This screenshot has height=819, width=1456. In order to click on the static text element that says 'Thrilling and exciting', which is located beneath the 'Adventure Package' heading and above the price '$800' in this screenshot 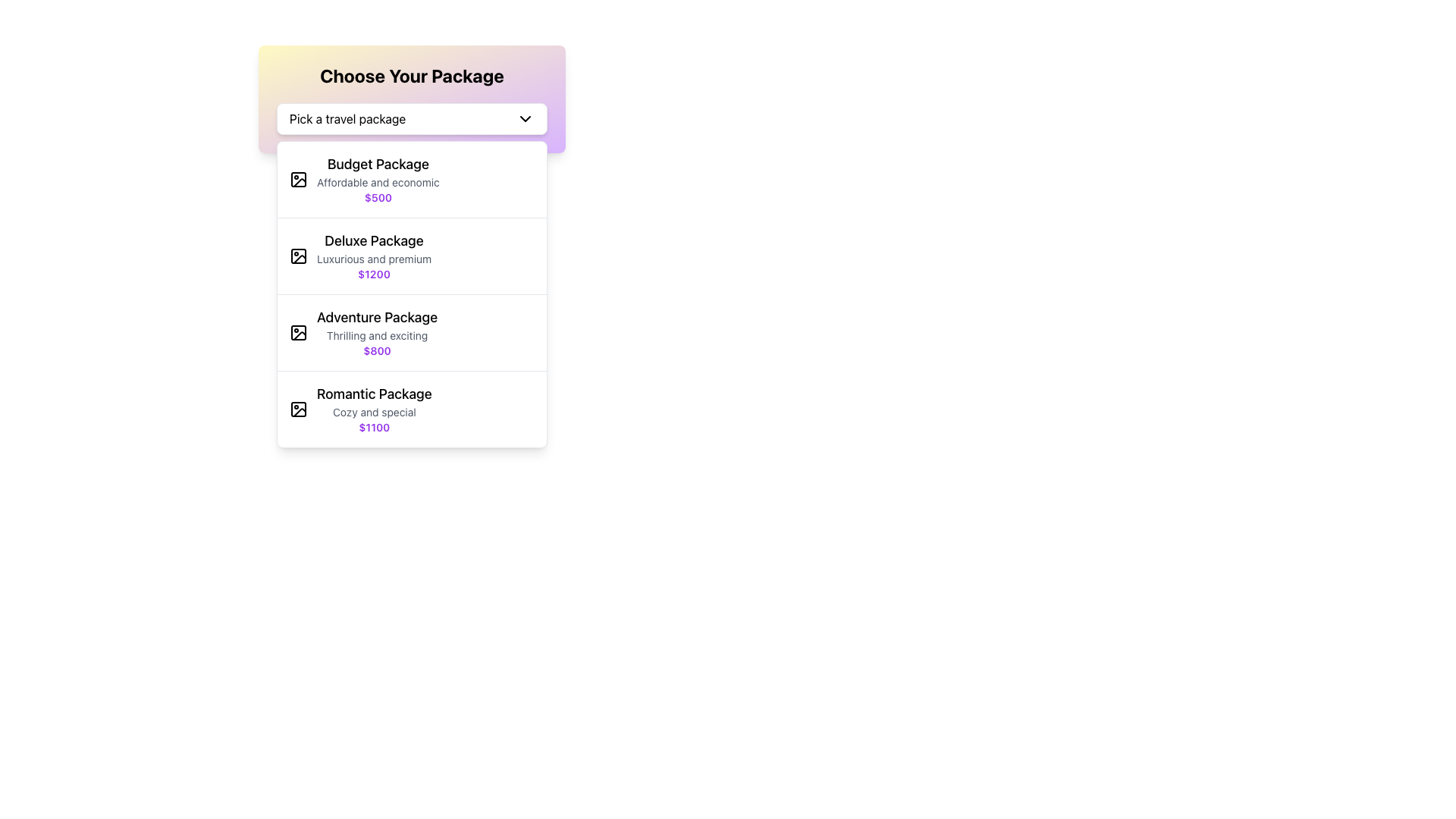, I will do `click(377, 335)`.